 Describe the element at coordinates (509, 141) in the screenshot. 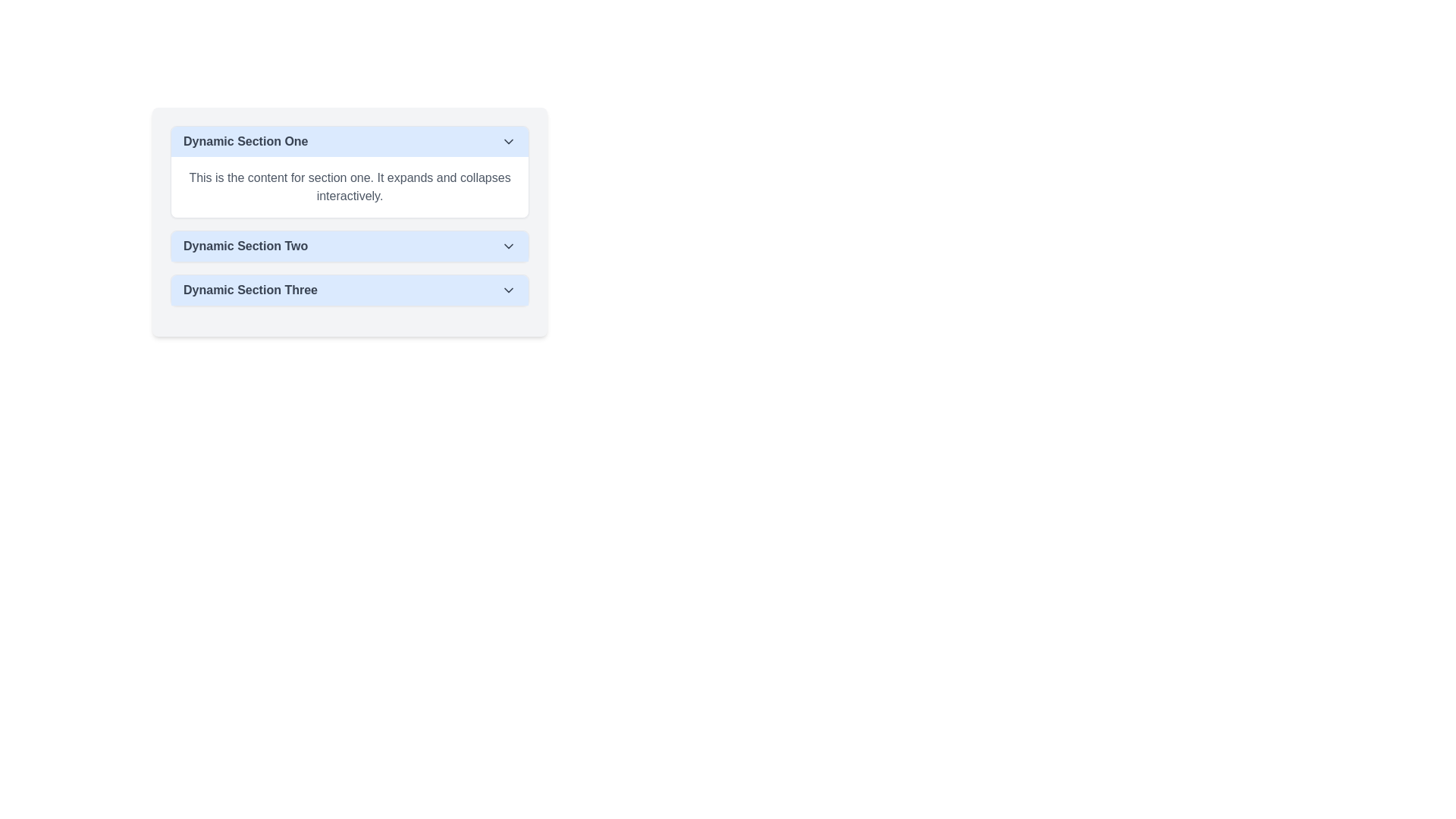

I see `the downward-facing chevron icon located on the far-right side of the header labeled 'Dynamic Section One' for accessibility` at that location.